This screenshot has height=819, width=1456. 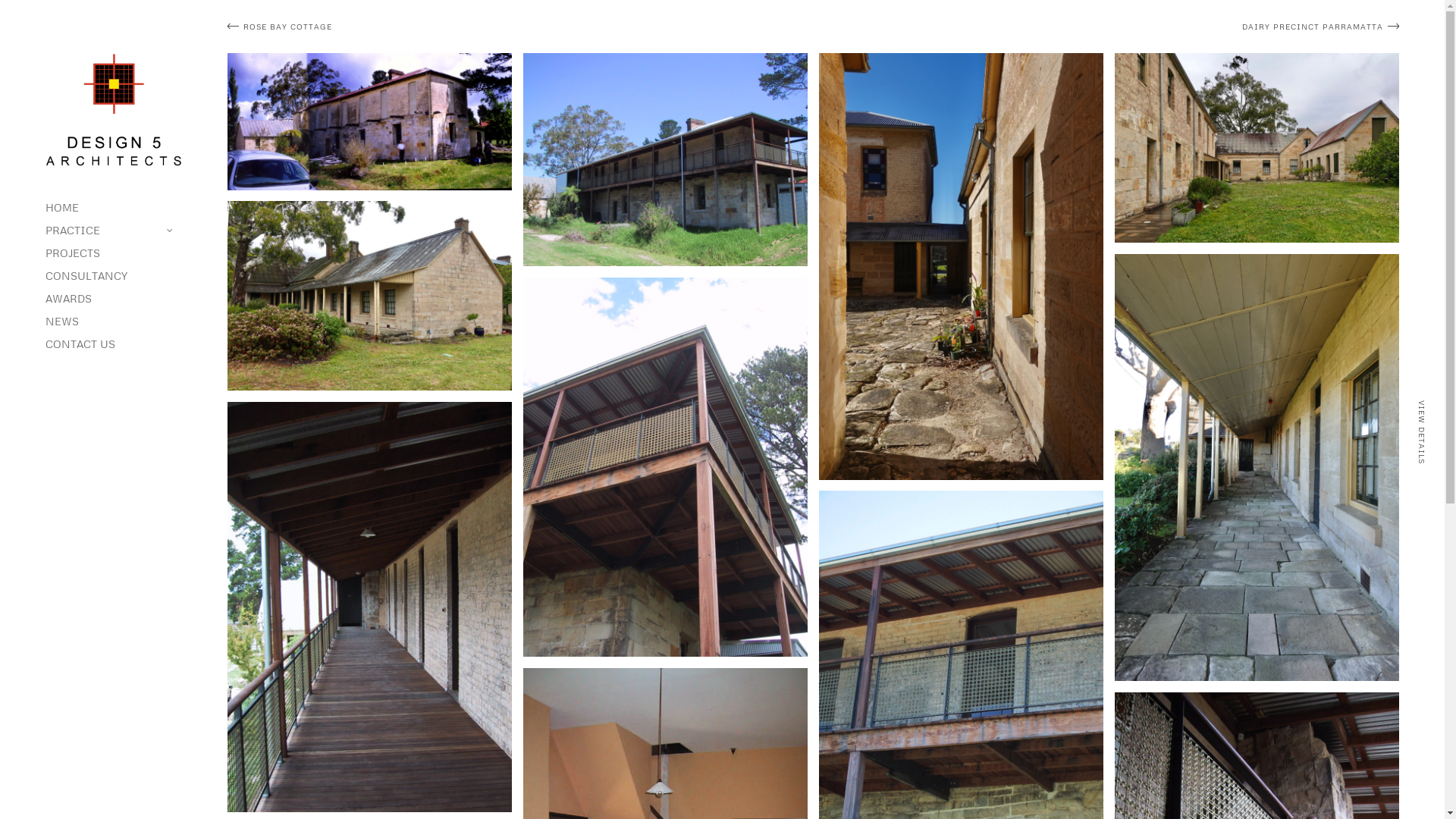 I want to click on 'PROJECTS', so click(x=112, y=253).